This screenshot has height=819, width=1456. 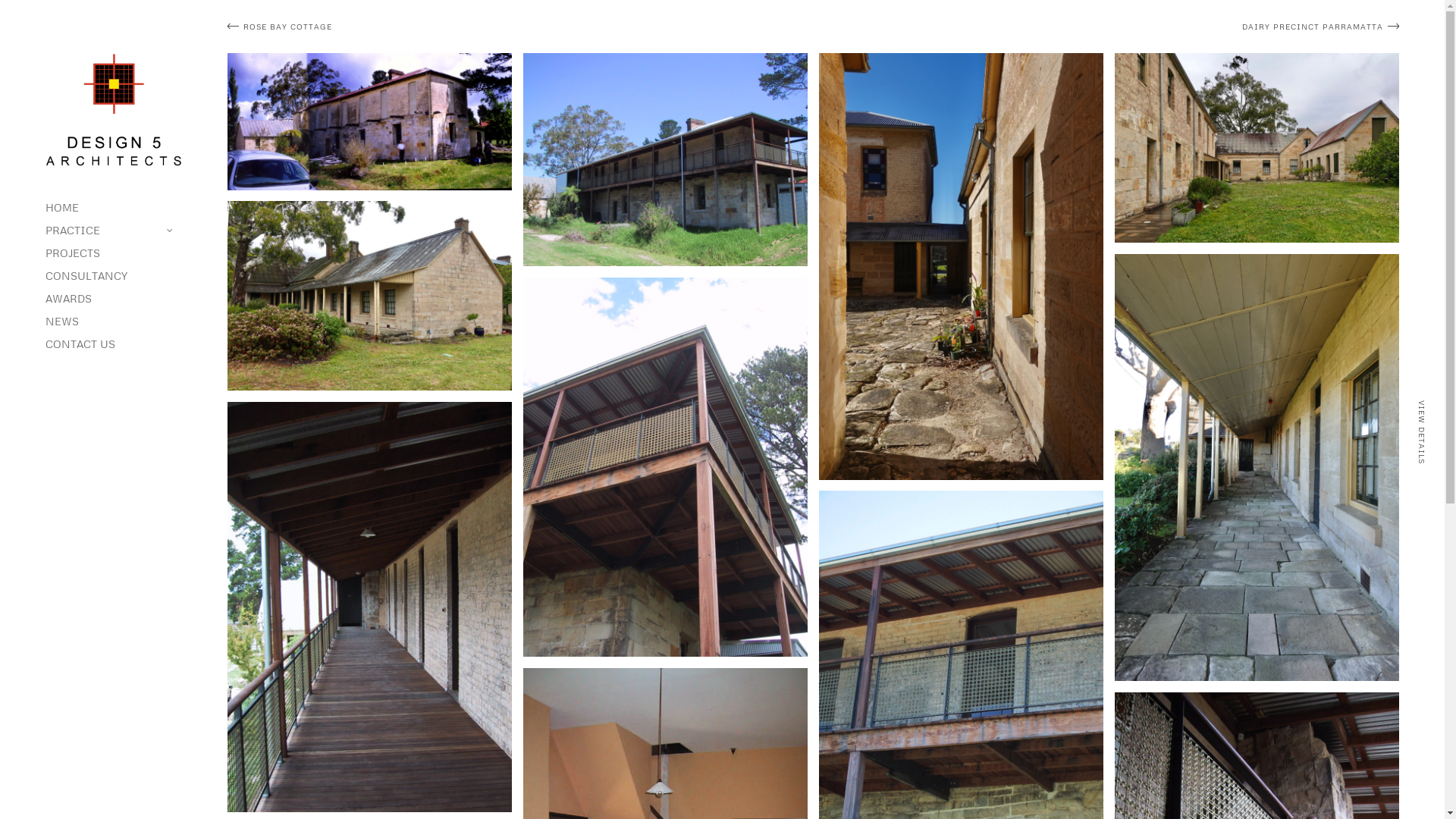 I want to click on 'PROJECTS', so click(x=112, y=253).